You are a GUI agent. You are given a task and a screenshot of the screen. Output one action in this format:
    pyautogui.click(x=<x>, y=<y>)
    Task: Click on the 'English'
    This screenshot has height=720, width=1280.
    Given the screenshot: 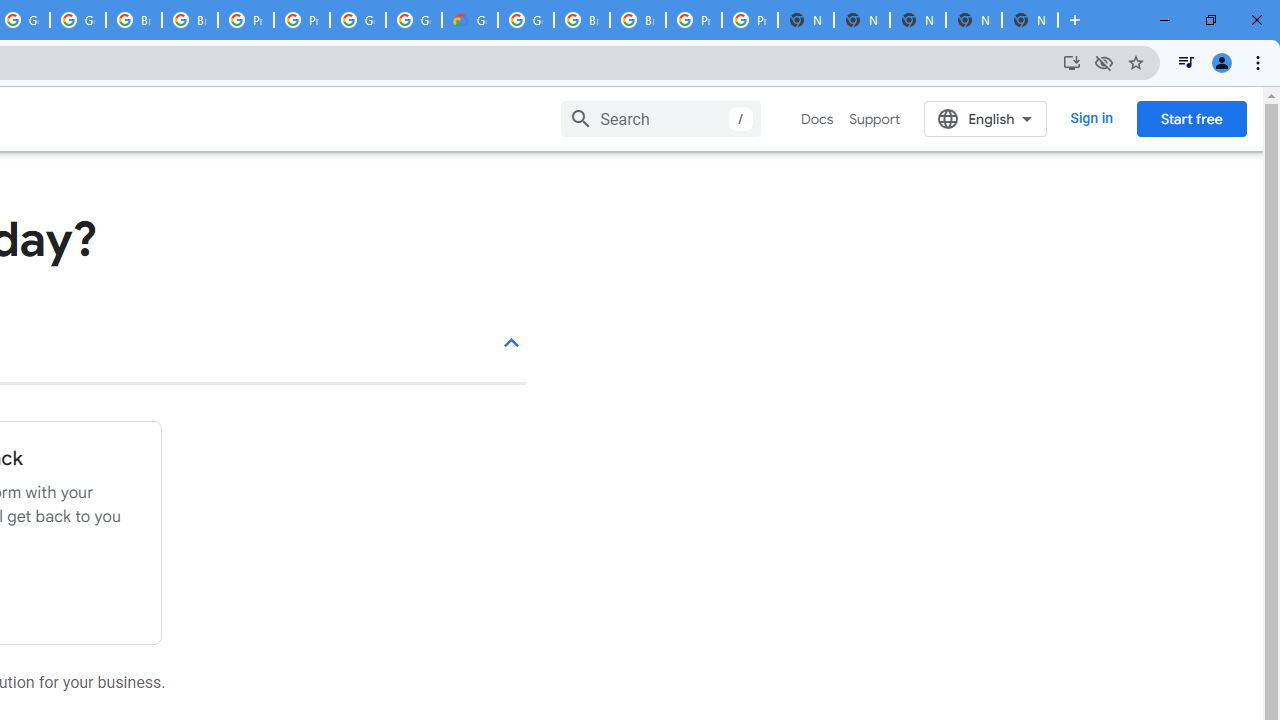 What is the action you would take?
    pyautogui.click(x=985, y=118)
    